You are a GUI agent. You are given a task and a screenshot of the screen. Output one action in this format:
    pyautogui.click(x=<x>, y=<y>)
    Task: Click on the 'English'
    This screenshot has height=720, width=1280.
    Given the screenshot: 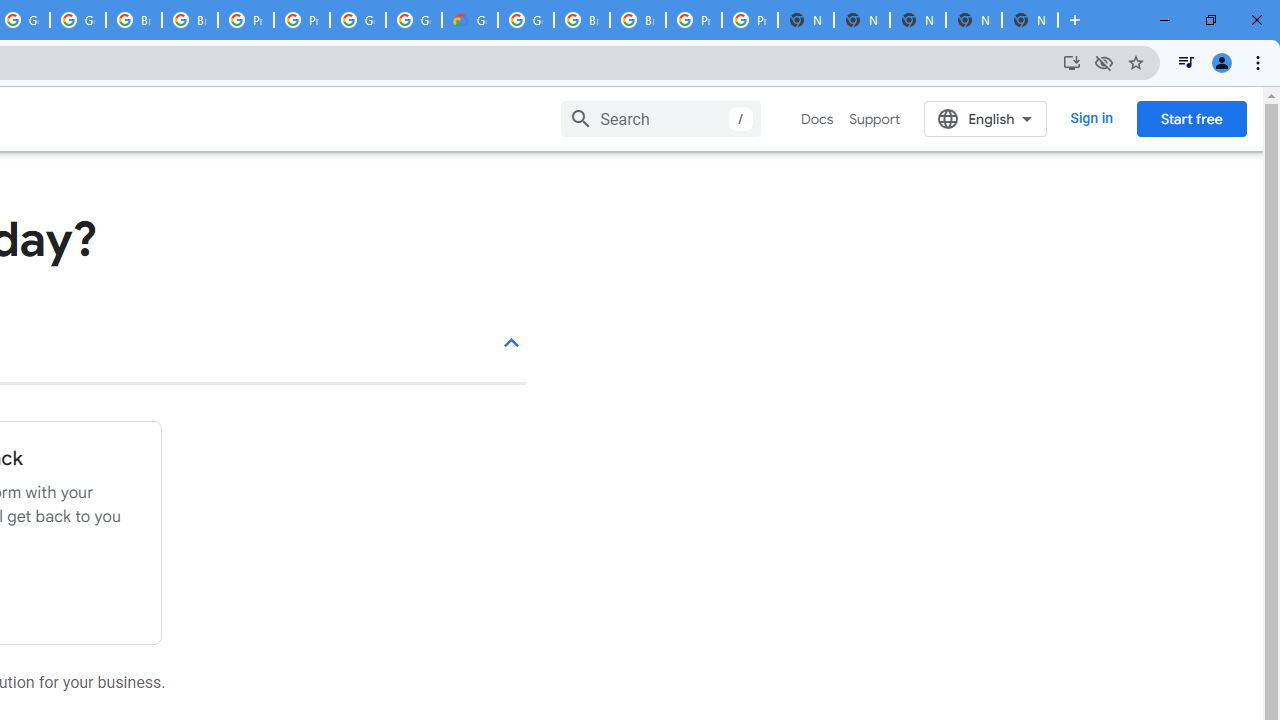 What is the action you would take?
    pyautogui.click(x=985, y=118)
    